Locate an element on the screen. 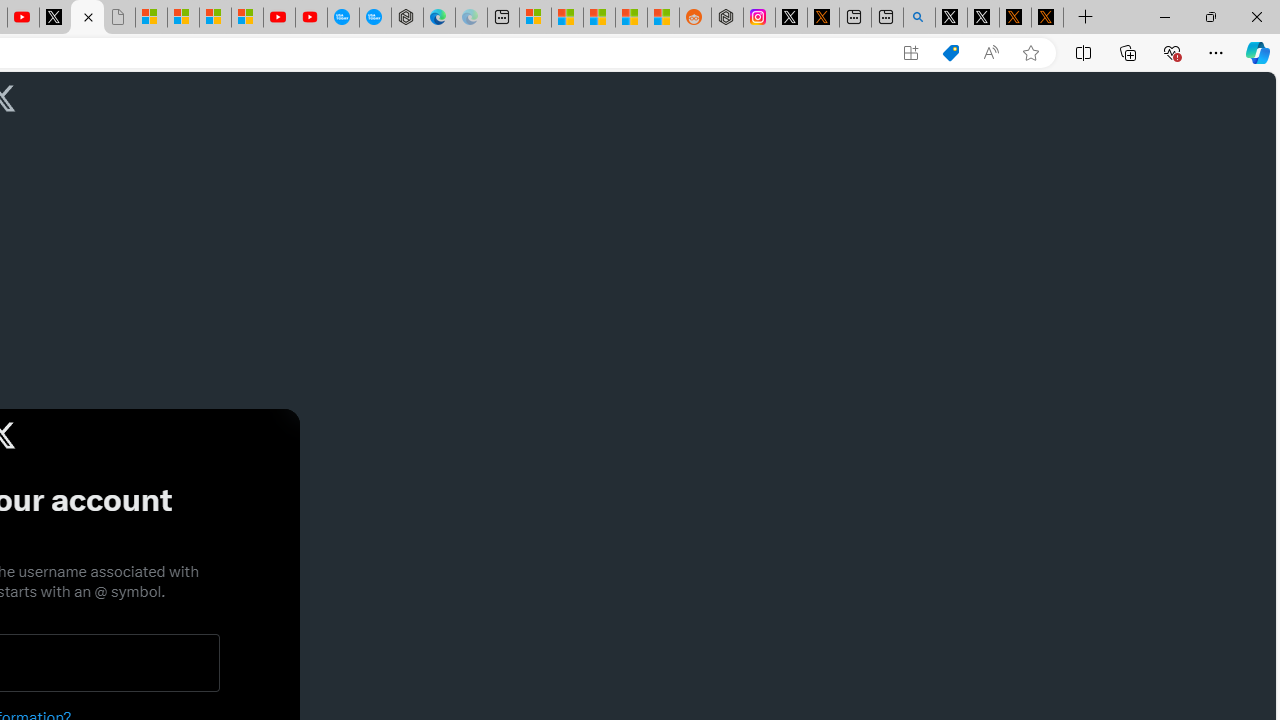 This screenshot has width=1280, height=720. 'Shanghai, China Weather trends | Microsoft Weather' is located at coordinates (663, 17).